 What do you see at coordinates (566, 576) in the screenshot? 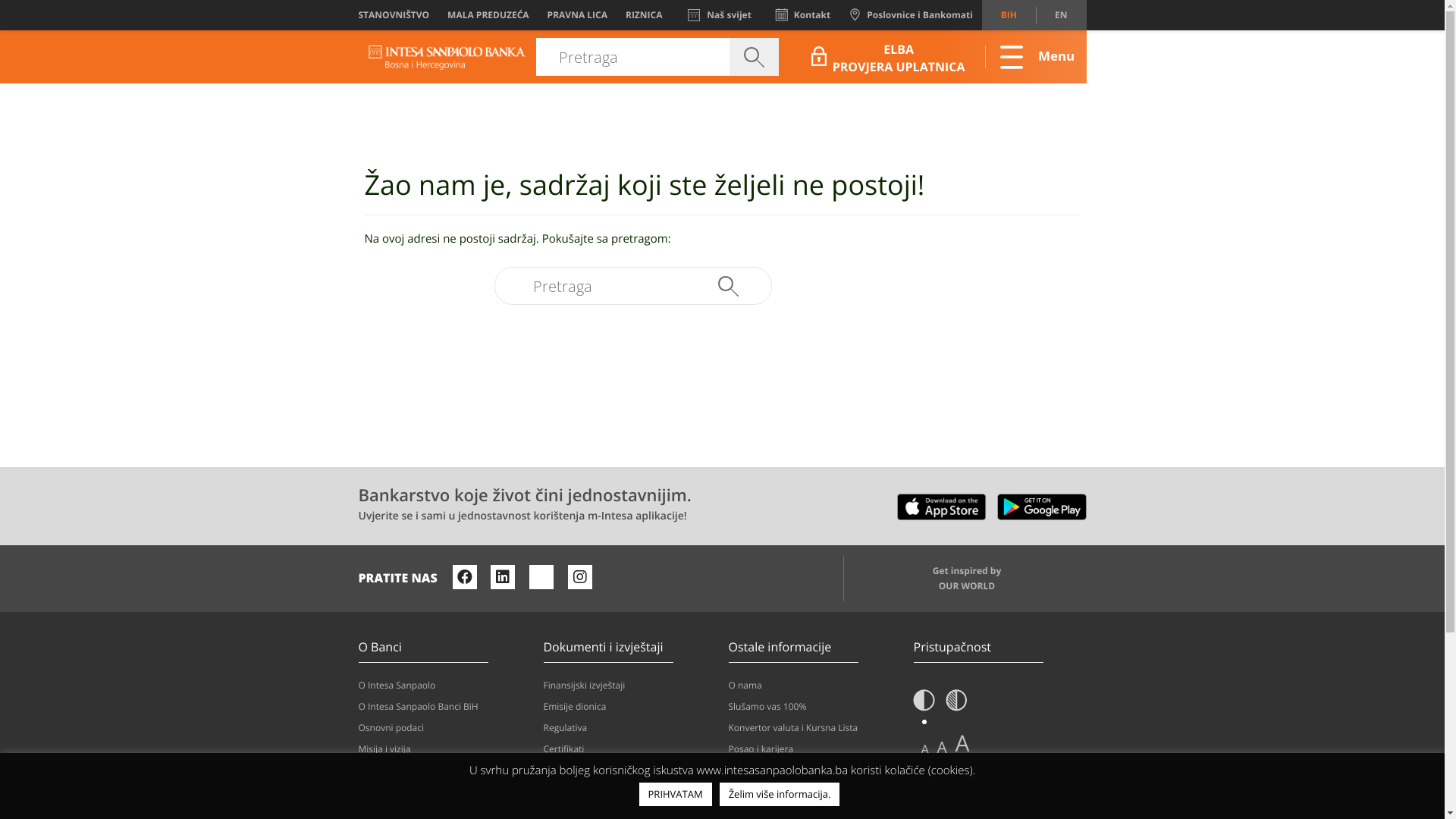
I see `'fa-instagram'` at bounding box center [566, 576].